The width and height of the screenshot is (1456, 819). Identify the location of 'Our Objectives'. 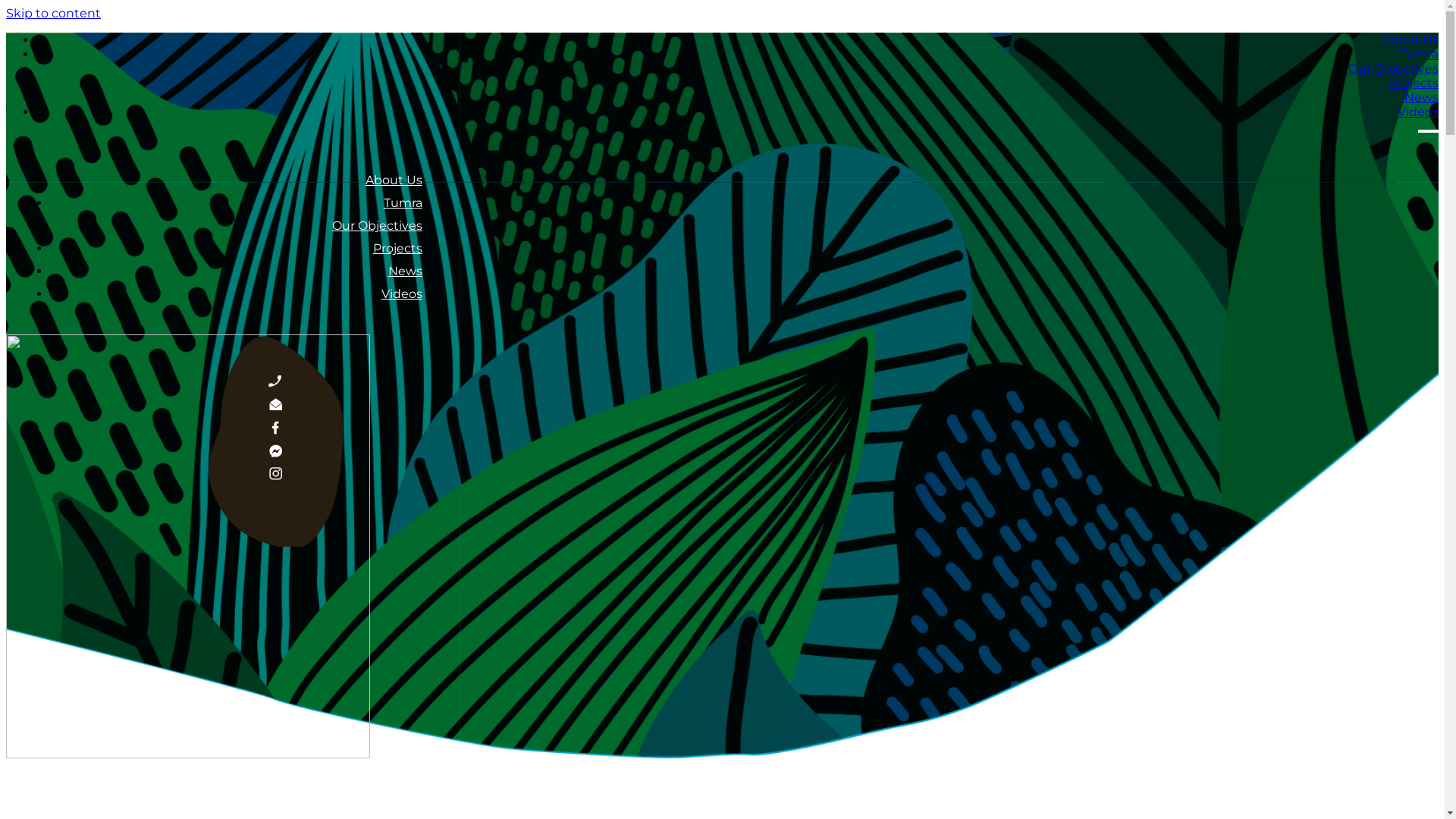
(377, 221).